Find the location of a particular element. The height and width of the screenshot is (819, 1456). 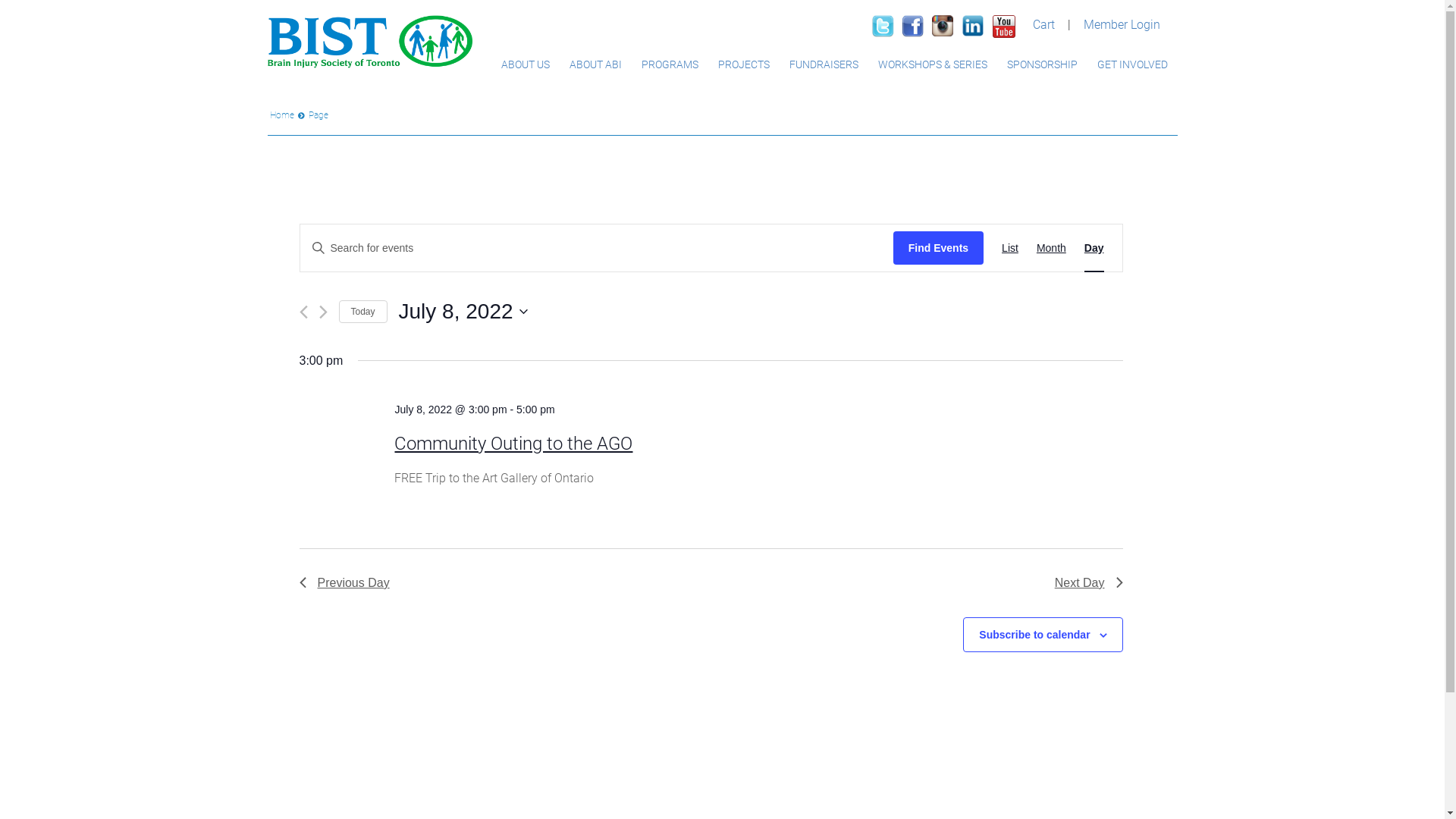

'July 8, 2022' is located at coordinates (462, 311).